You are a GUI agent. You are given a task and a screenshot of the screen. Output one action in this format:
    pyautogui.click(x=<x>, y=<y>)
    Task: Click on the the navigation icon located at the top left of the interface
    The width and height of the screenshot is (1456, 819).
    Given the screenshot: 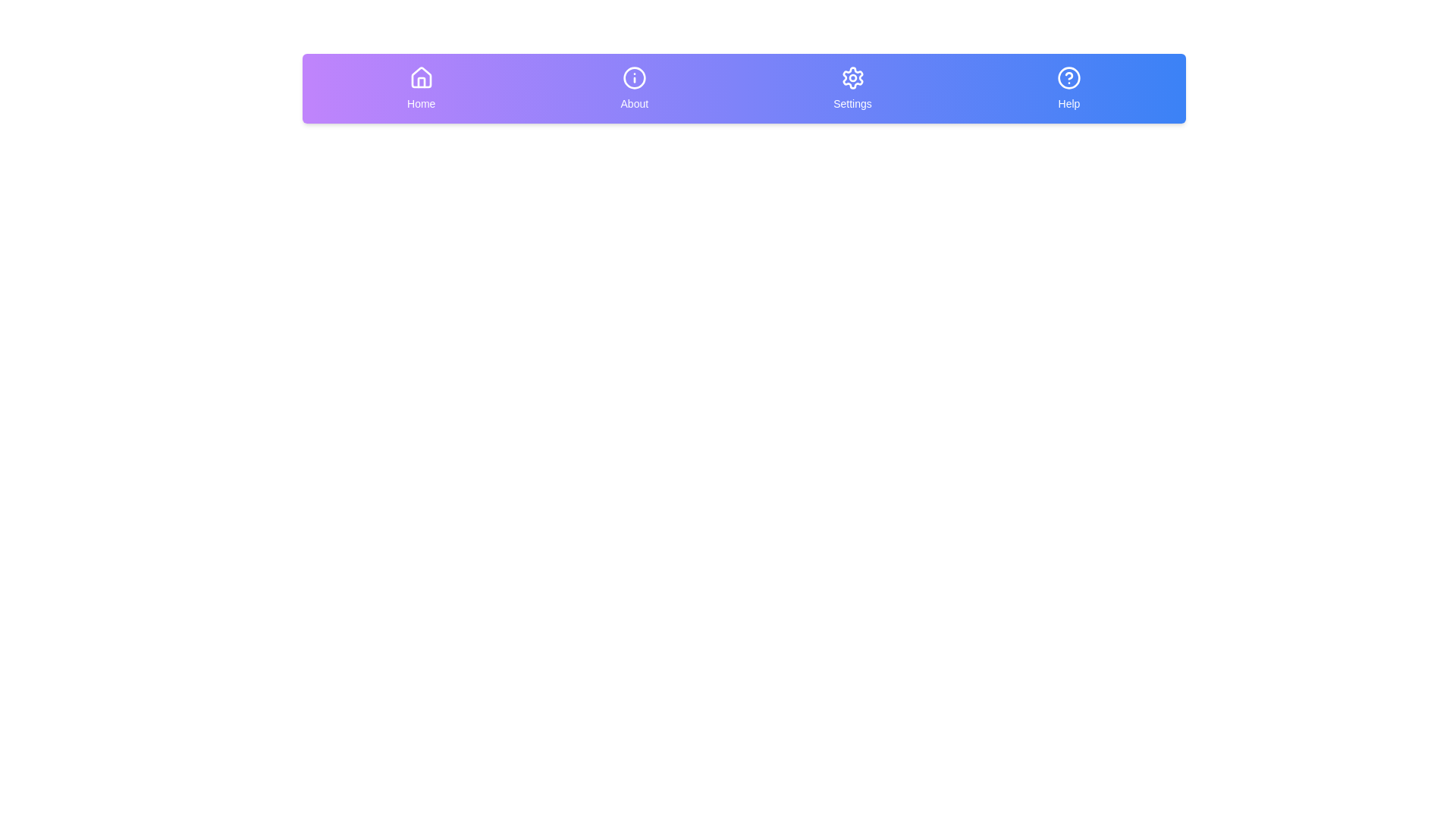 What is the action you would take?
    pyautogui.click(x=421, y=78)
    